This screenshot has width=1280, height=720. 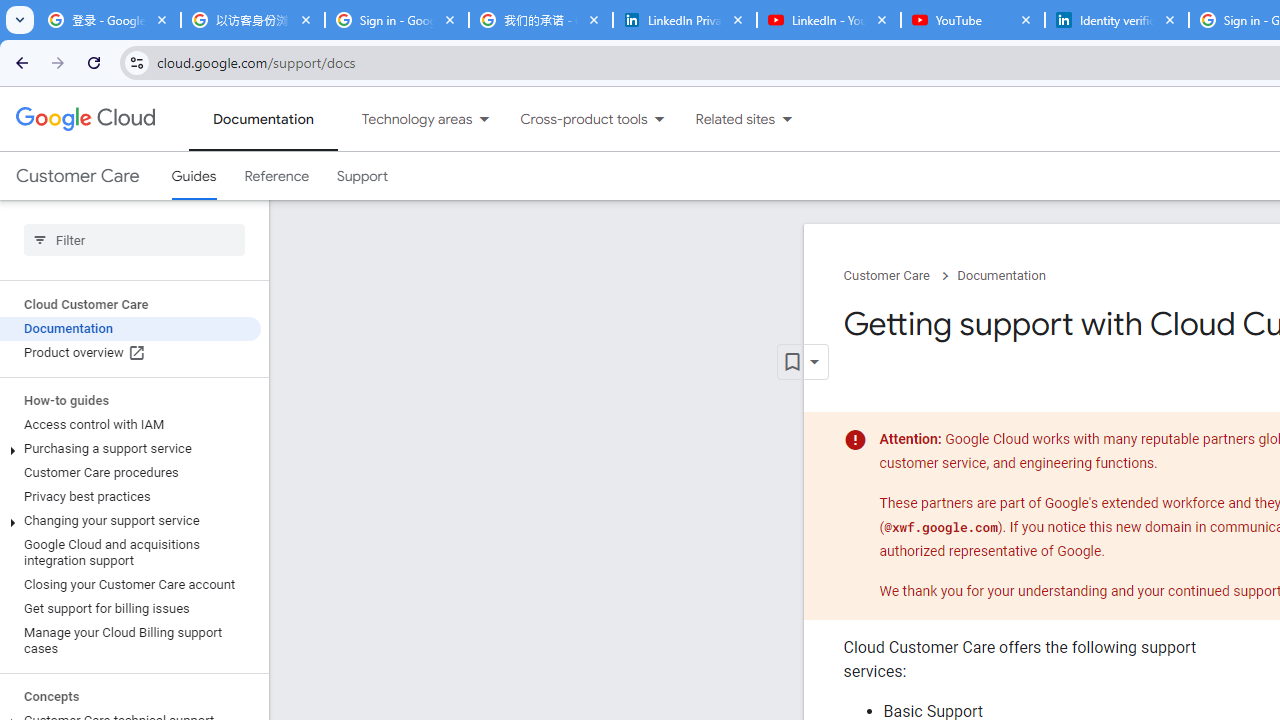 What do you see at coordinates (135, 61) in the screenshot?
I see `'View site information'` at bounding box center [135, 61].